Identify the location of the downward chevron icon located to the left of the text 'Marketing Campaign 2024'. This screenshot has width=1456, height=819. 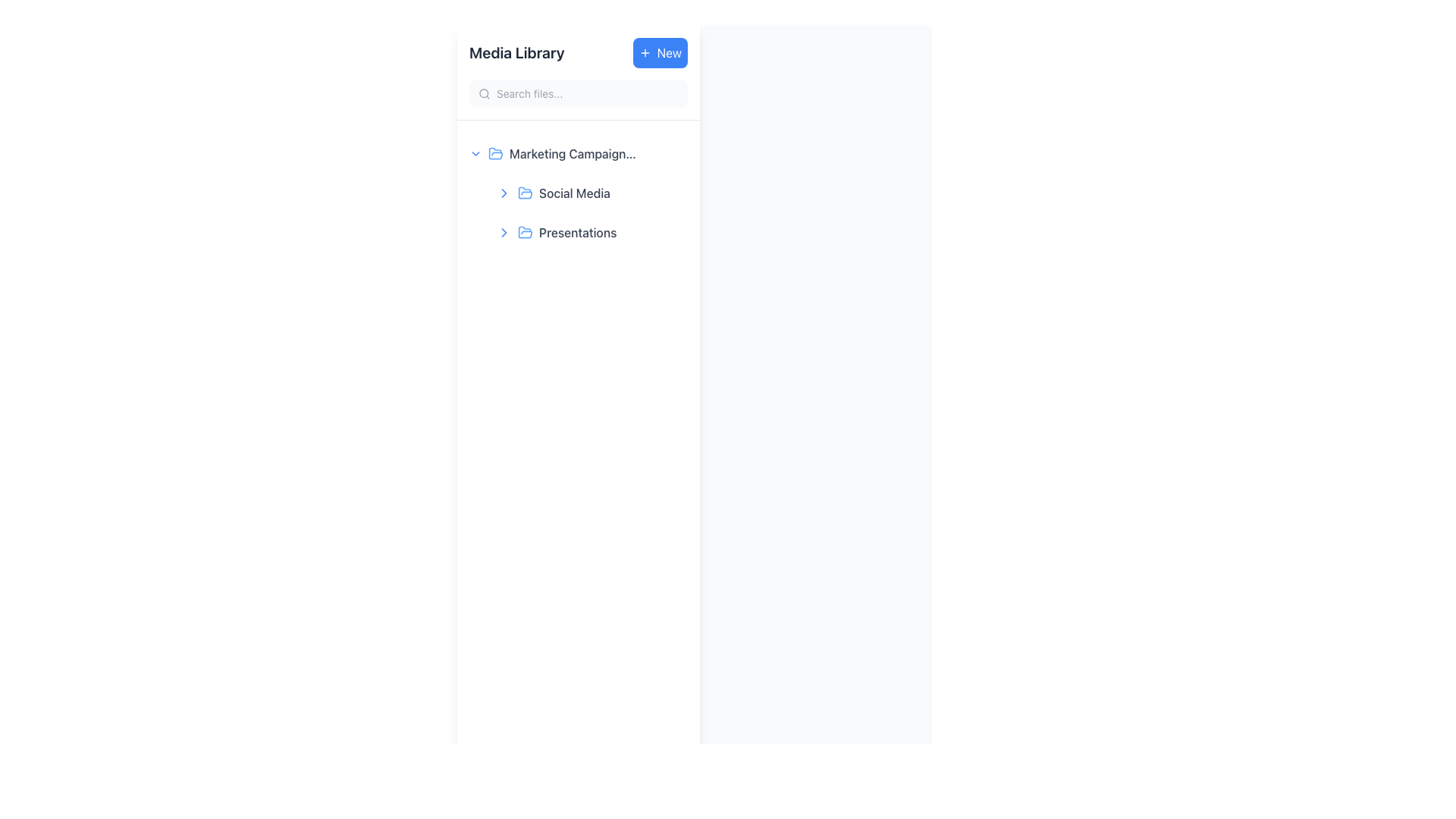
(475, 154).